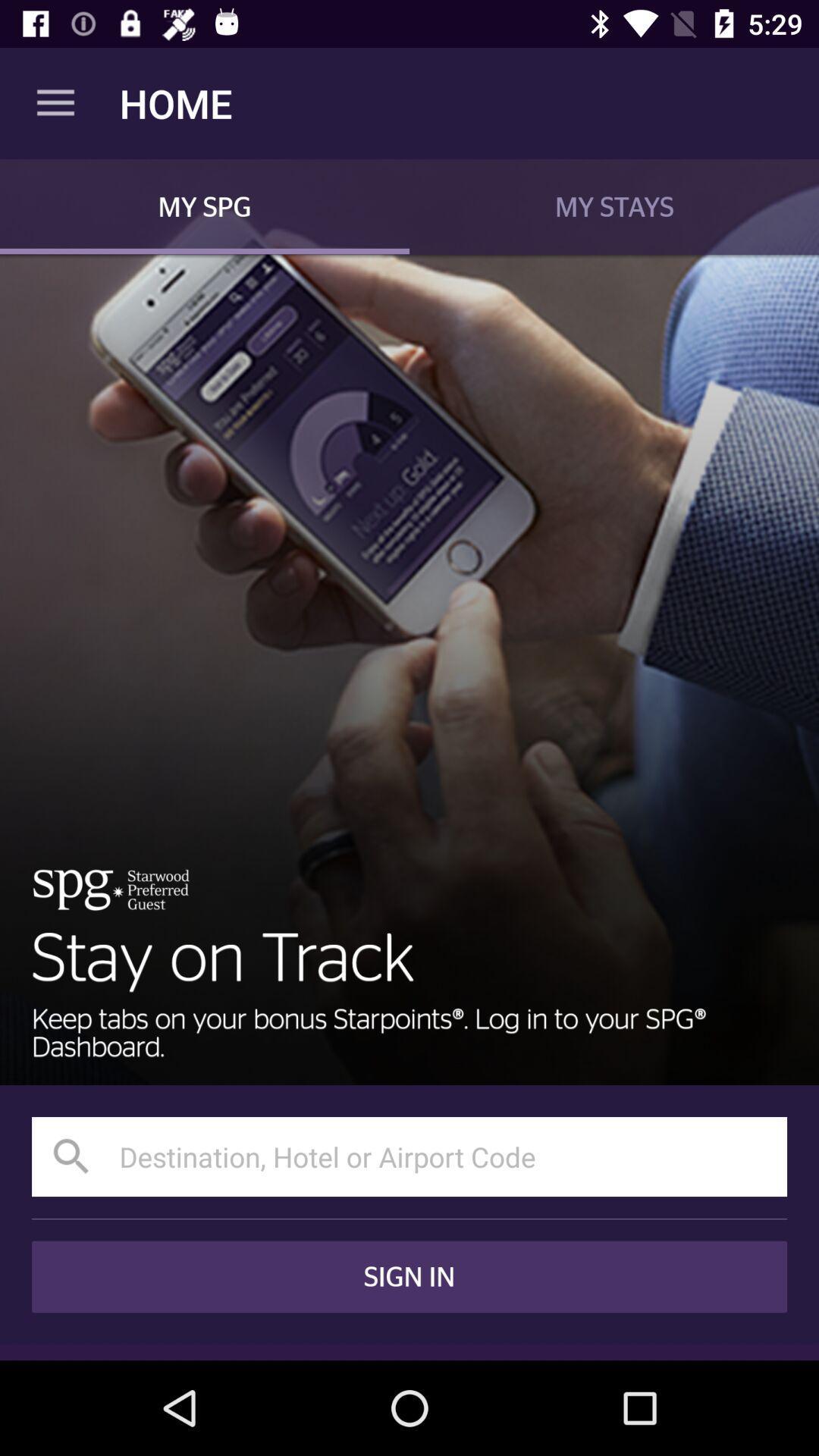  Describe the element at coordinates (409, 1156) in the screenshot. I see `input text` at that location.